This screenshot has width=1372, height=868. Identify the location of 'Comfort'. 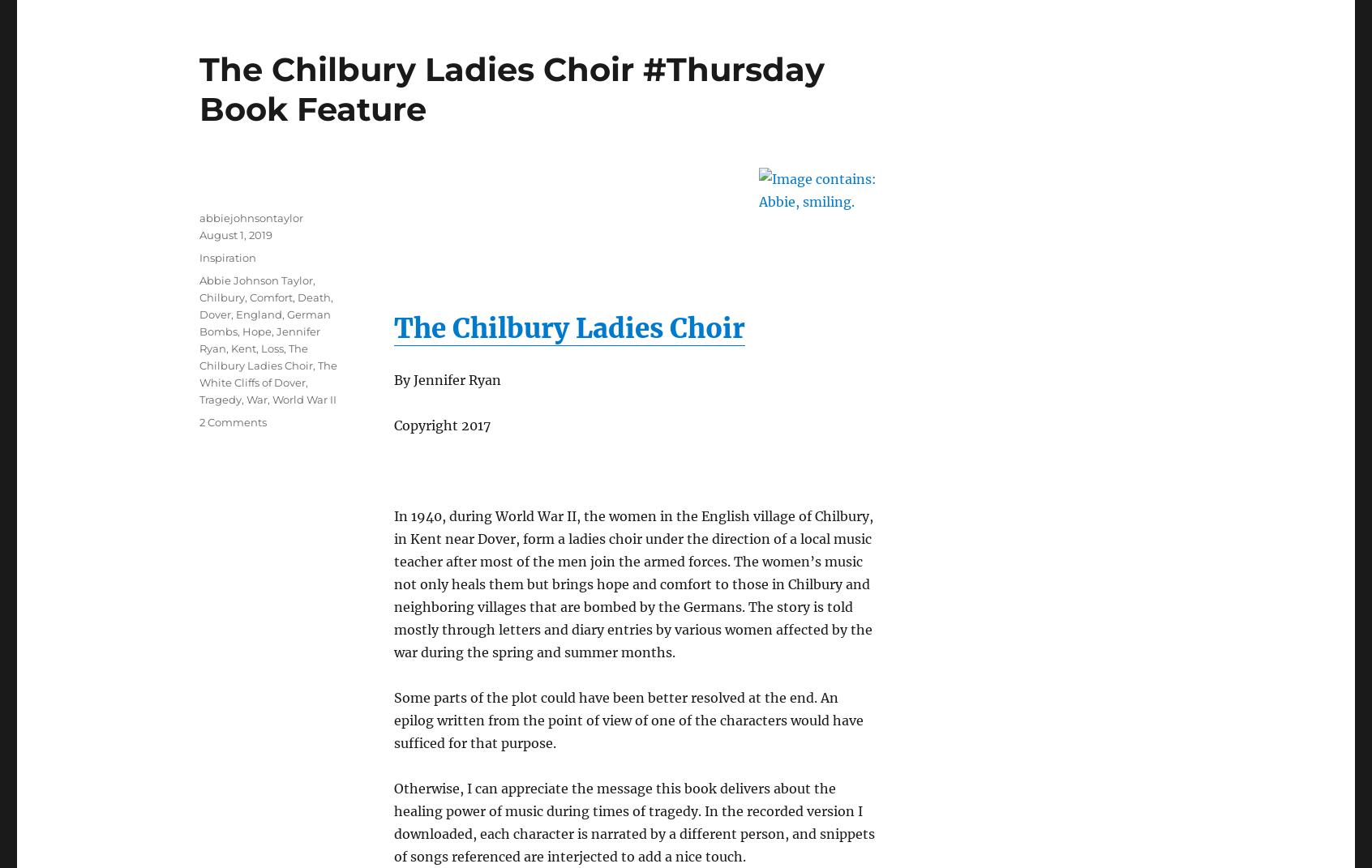
(270, 295).